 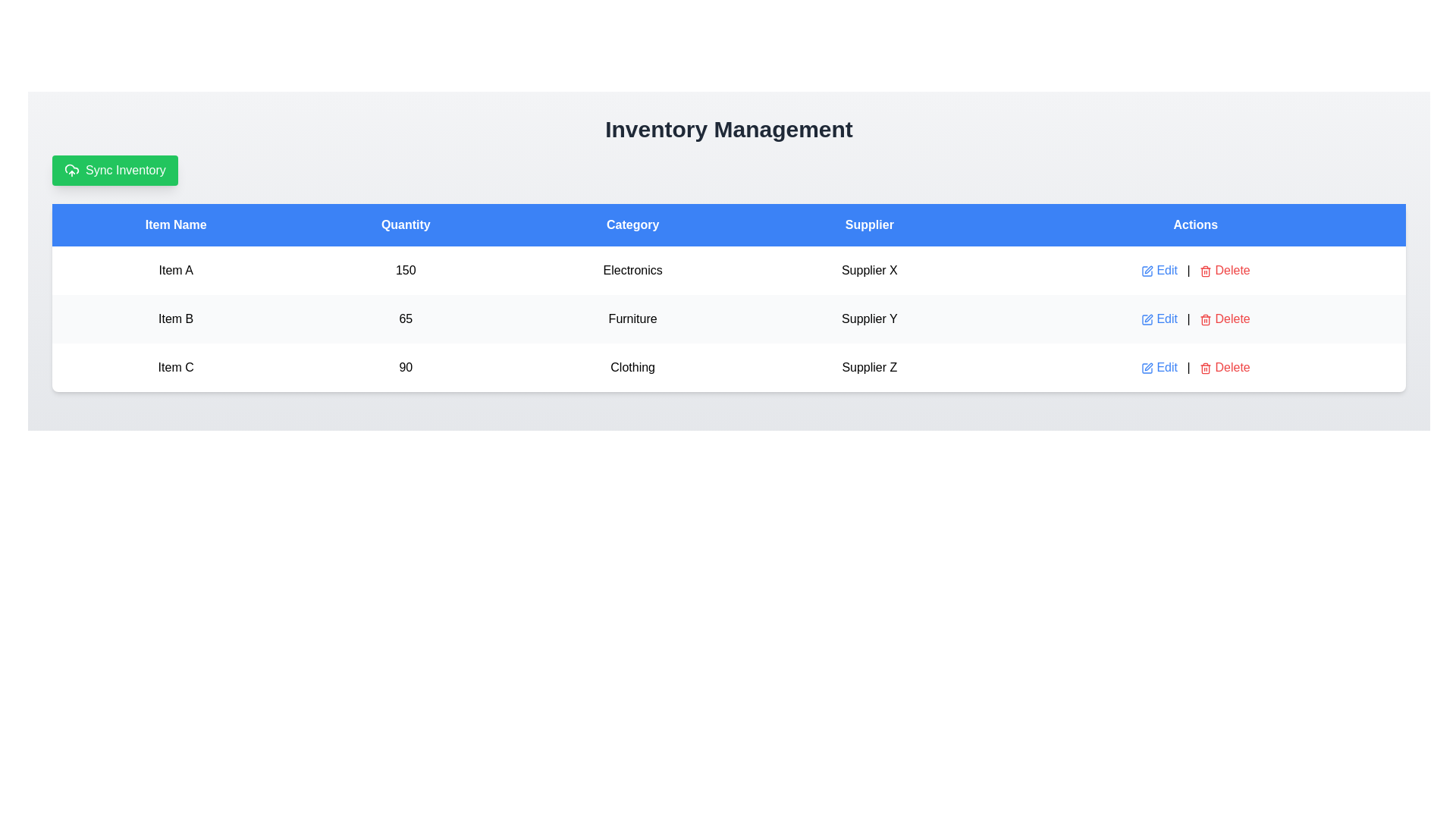 I want to click on the Text Display that shows the quantity value for 'Item B' in the second row of the table under the 'Quantity' column, so click(x=406, y=318).